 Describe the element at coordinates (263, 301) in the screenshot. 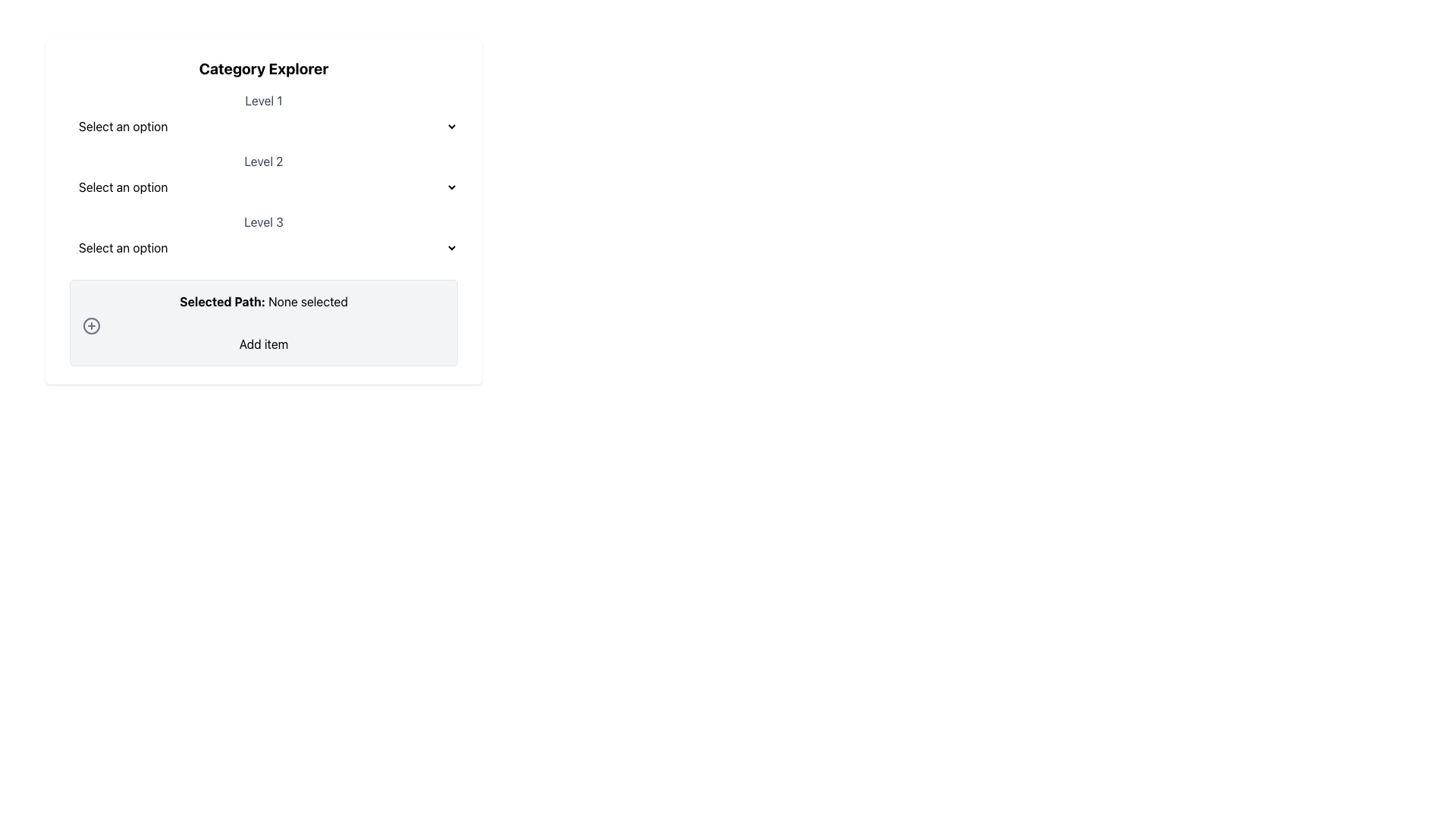

I see `the informational text display indicating the current selection status, which shows 'None selected'` at that location.